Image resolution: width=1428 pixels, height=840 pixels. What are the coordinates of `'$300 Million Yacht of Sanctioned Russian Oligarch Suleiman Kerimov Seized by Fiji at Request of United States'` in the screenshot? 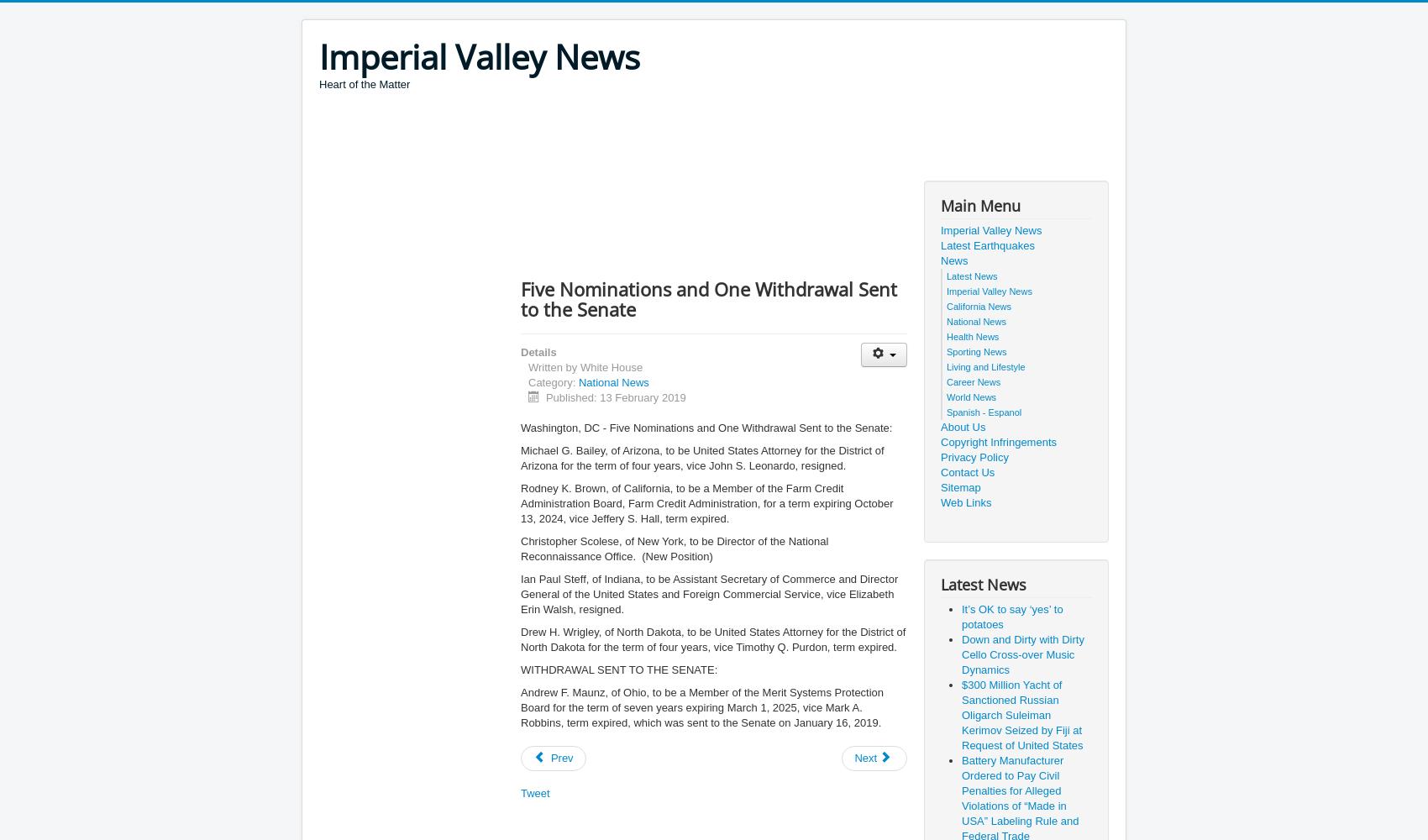 It's located at (1021, 714).